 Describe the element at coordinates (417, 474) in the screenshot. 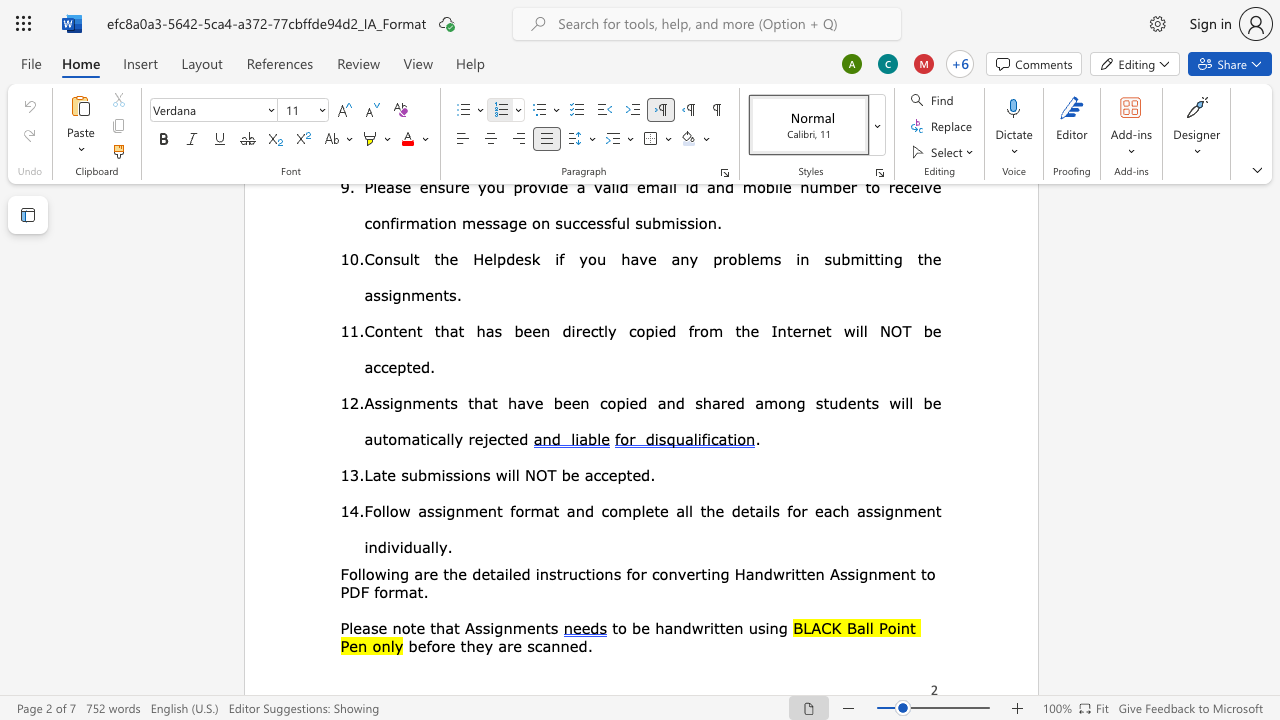

I see `the space between the continuous character "u" and "b" in the text` at that location.